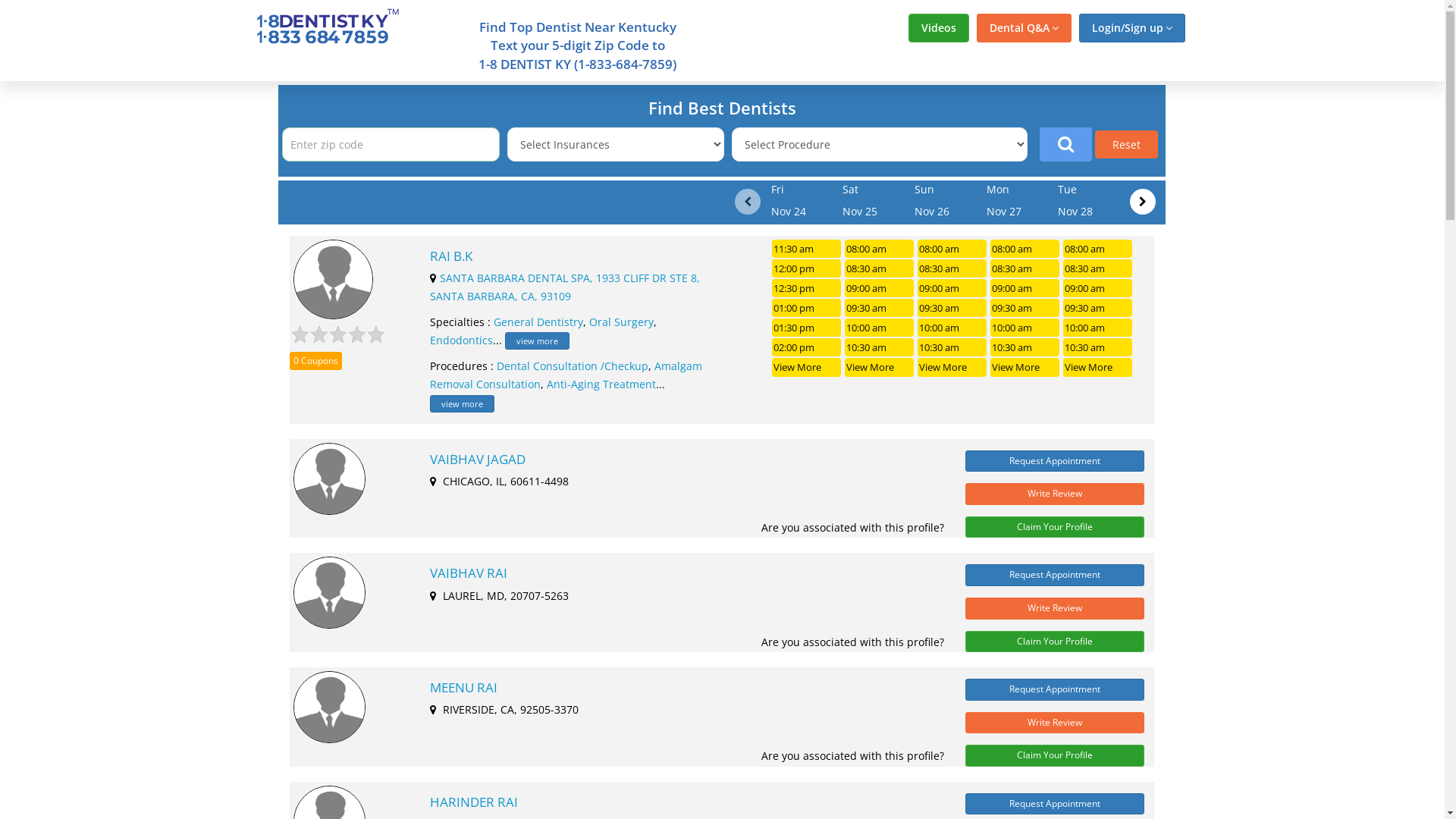 The width and height of the screenshot is (1456, 819). Describe the element at coordinates (805, 366) in the screenshot. I see `'View More'` at that location.